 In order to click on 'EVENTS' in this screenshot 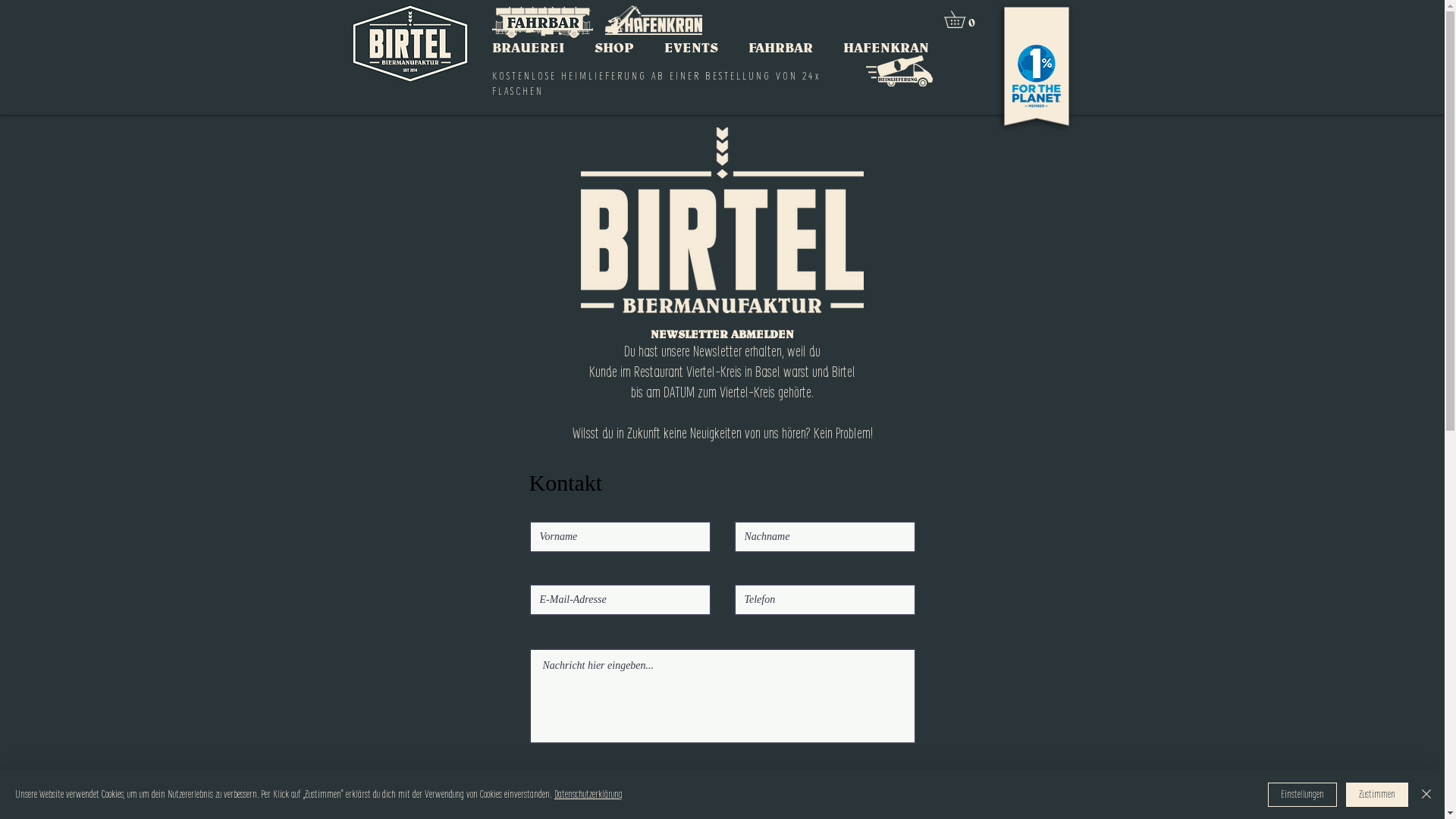, I will do `click(690, 46)`.